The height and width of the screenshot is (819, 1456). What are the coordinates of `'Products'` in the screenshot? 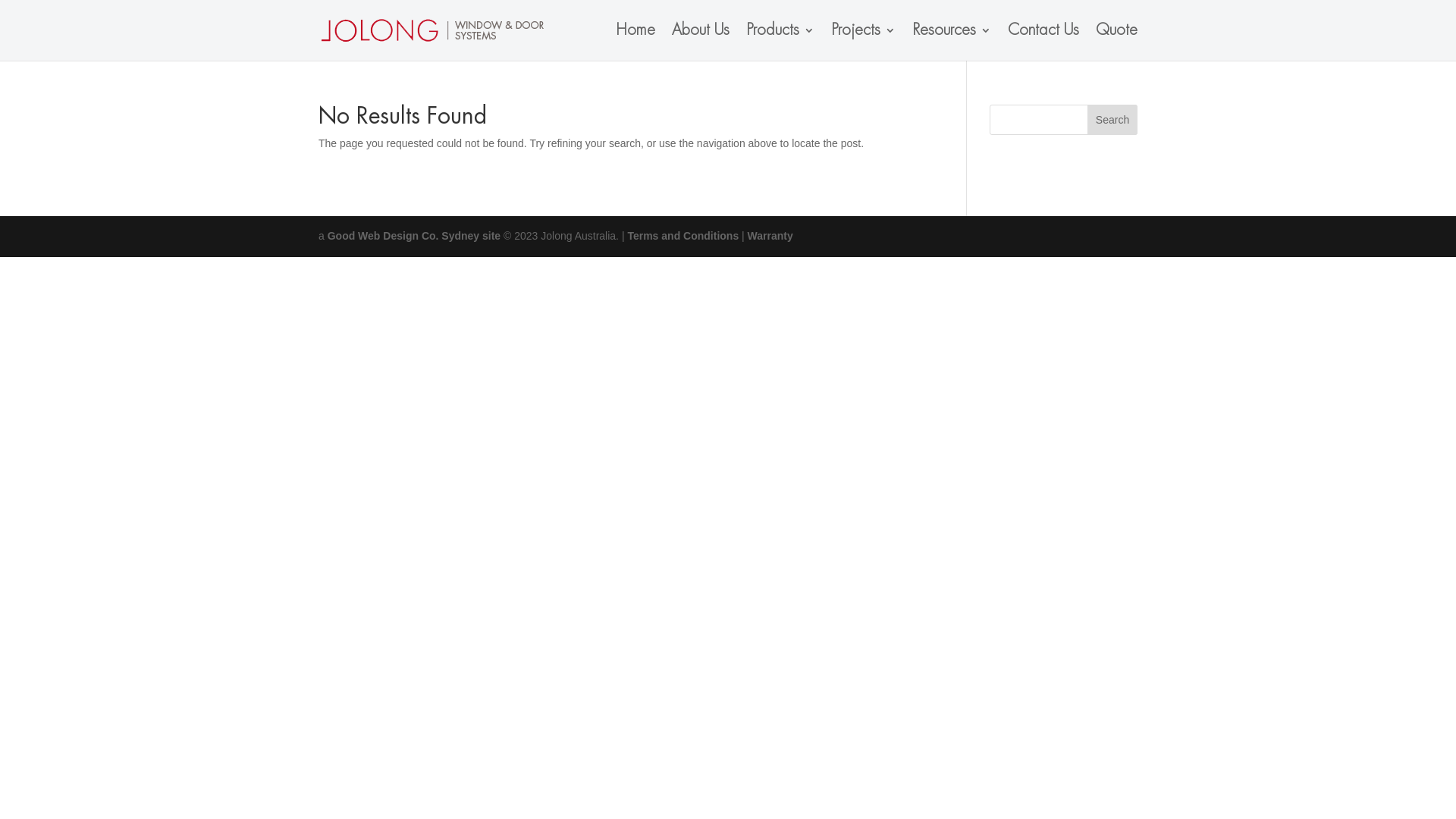 It's located at (780, 42).